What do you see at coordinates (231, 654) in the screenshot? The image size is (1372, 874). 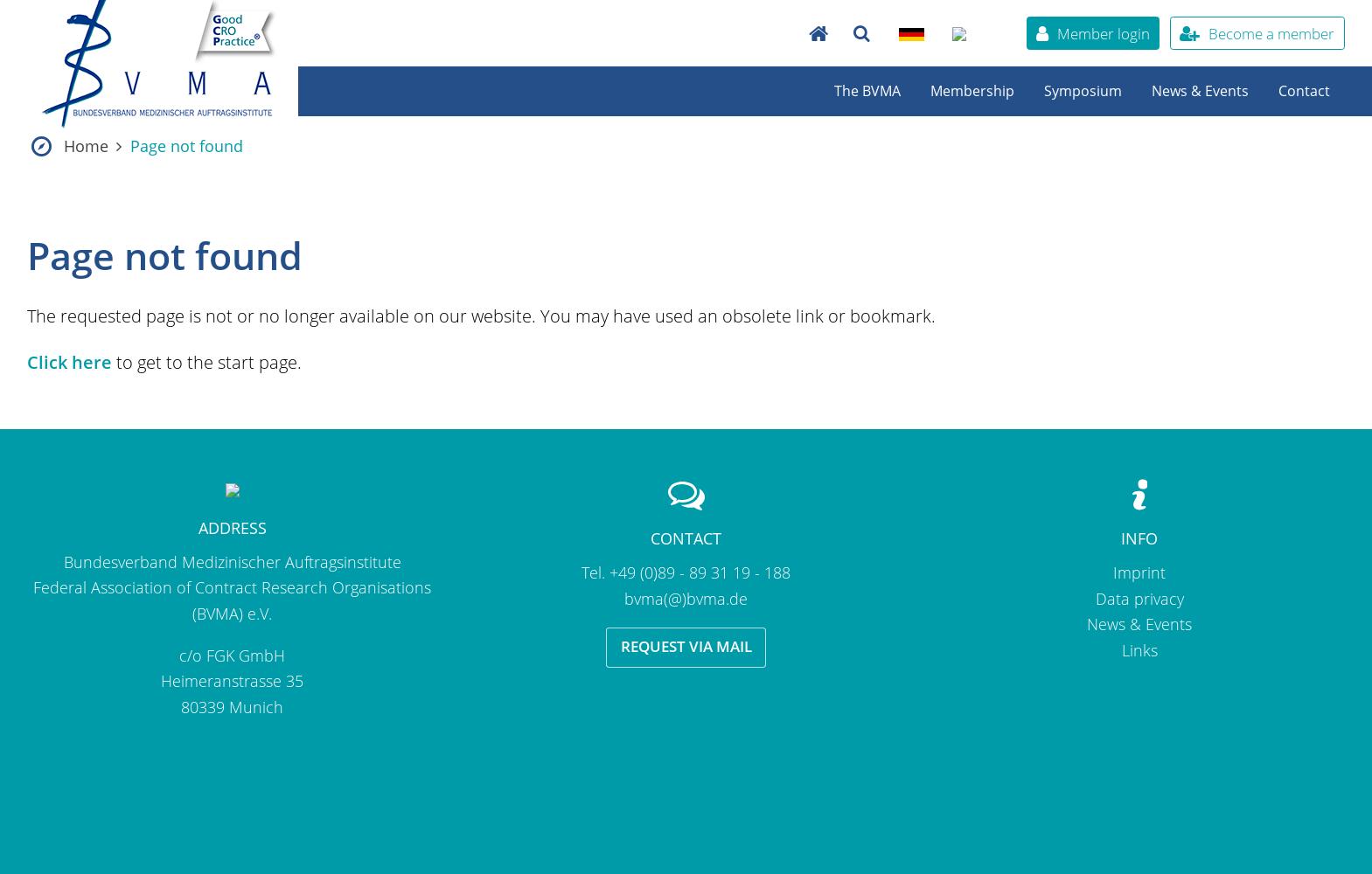 I see `'c/o FGK GmbH'` at bounding box center [231, 654].